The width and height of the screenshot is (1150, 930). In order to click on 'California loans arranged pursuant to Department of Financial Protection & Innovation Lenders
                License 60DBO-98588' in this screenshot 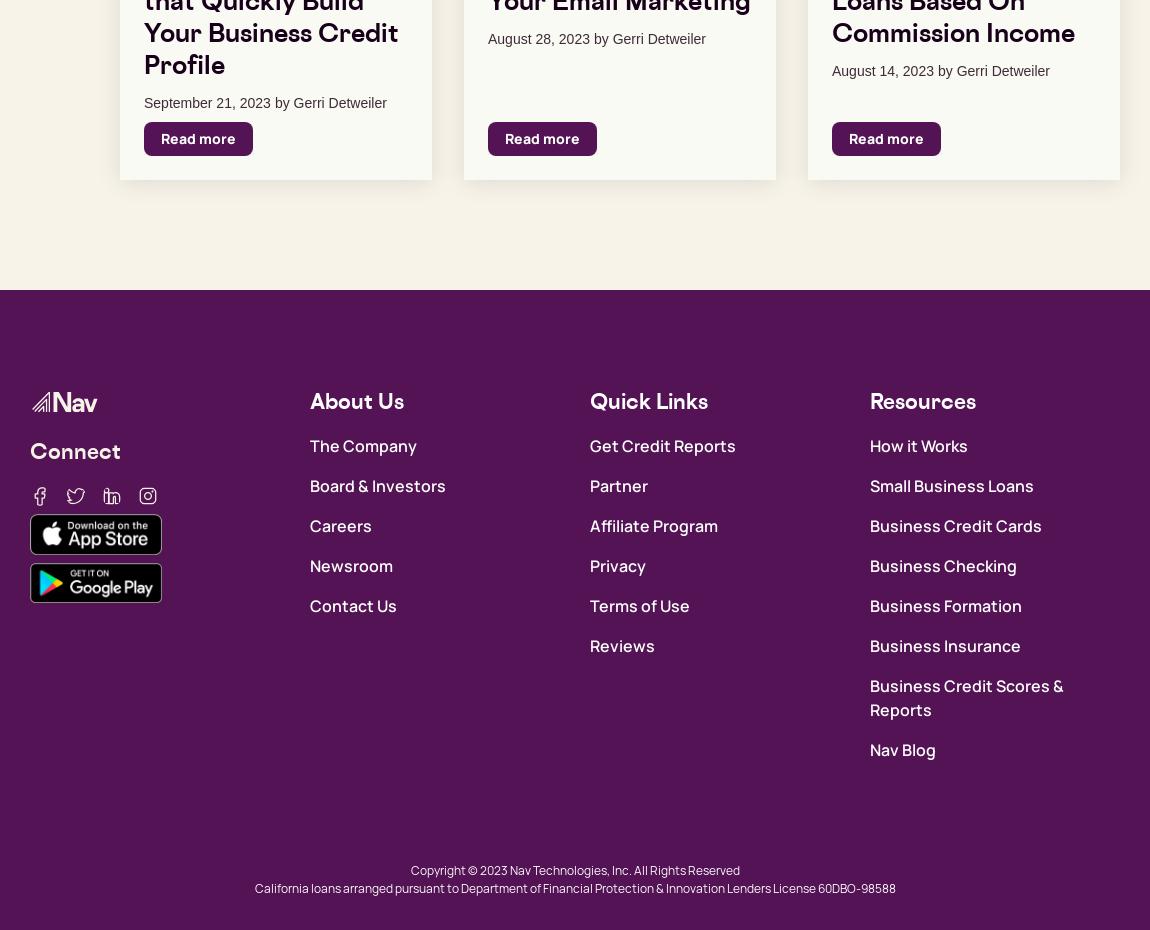, I will do `click(574, 888)`.